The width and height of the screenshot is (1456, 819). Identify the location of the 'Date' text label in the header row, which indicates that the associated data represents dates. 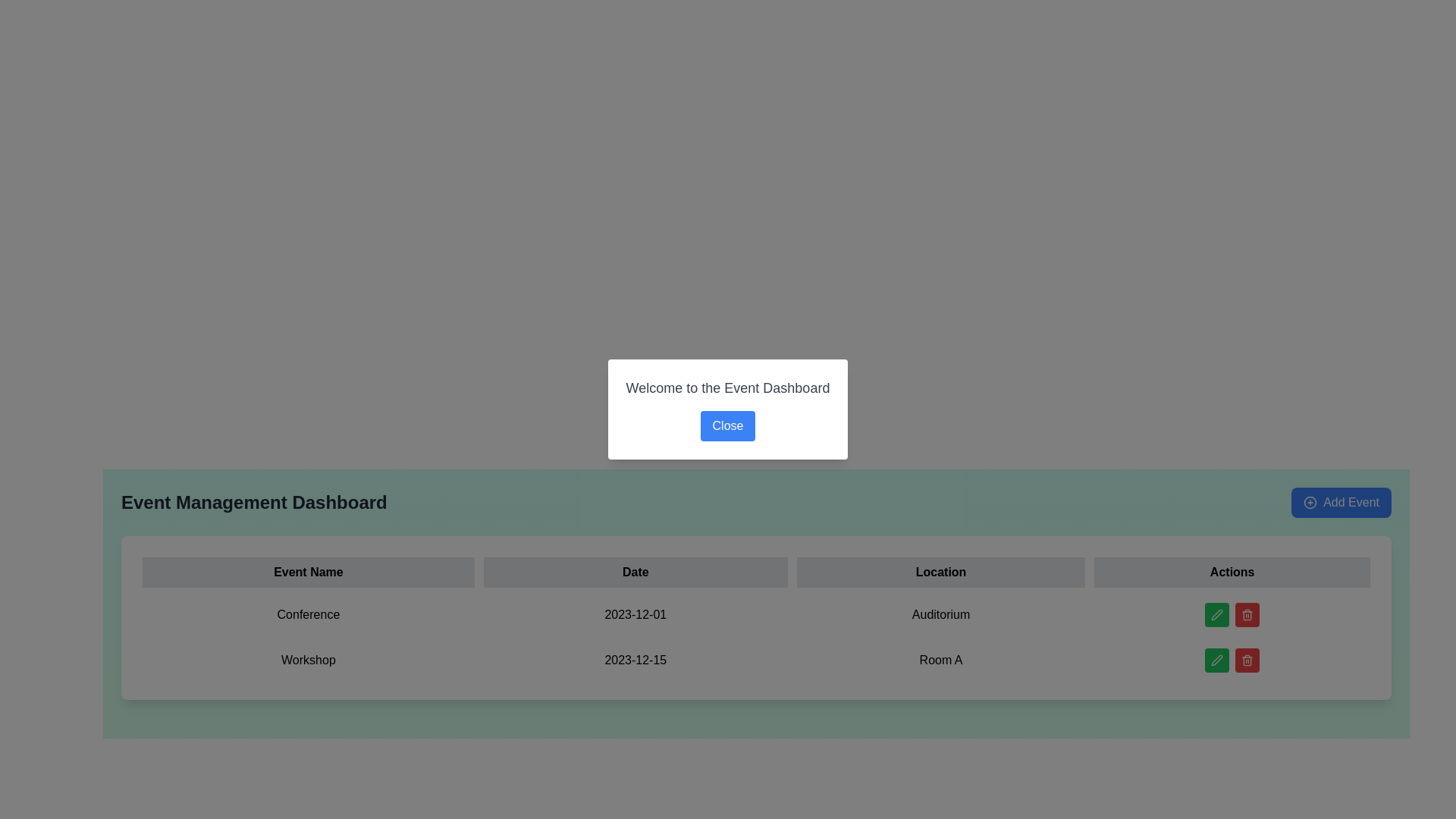
(635, 573).